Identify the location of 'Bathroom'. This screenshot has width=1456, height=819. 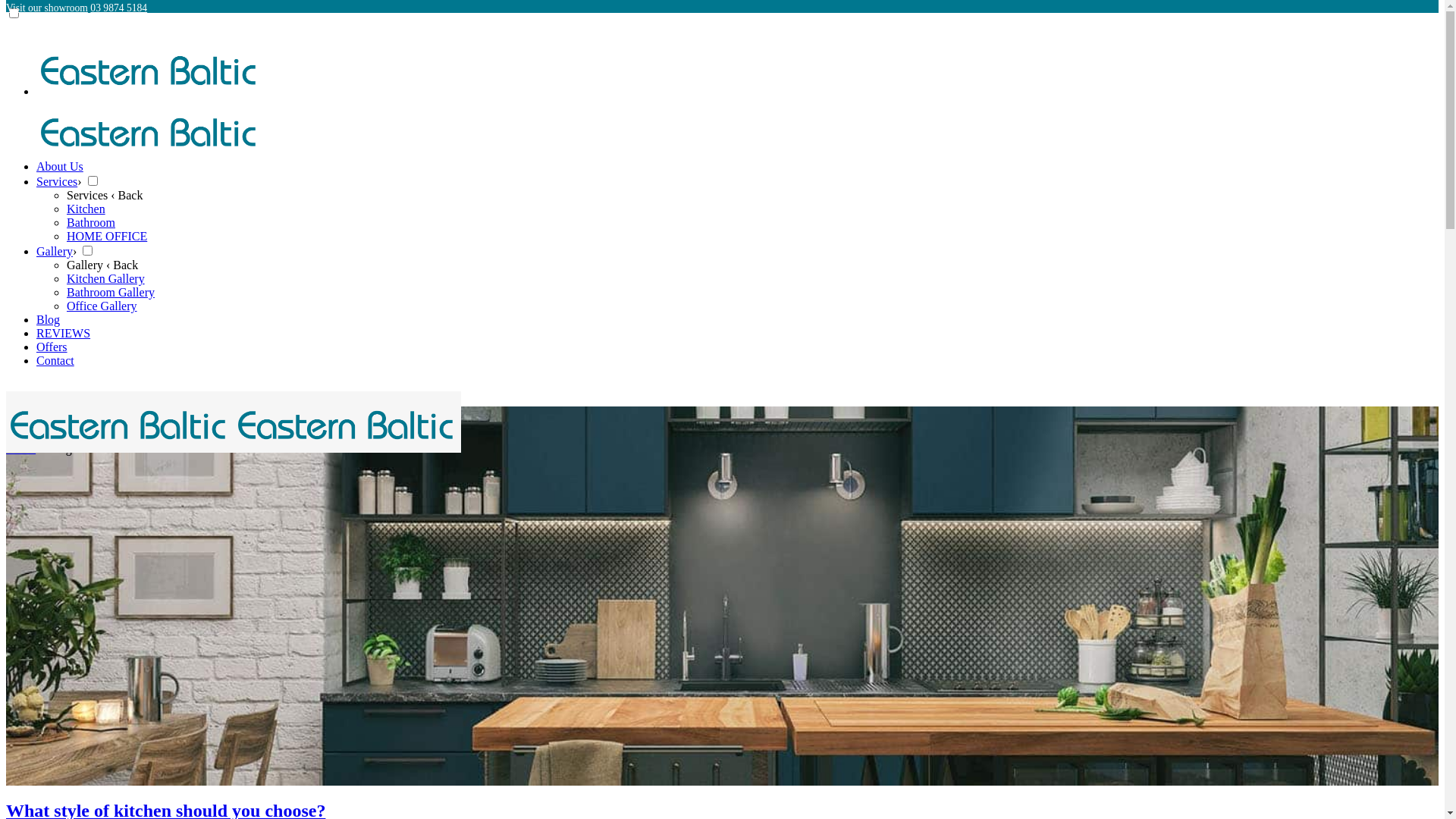
(90, 222).